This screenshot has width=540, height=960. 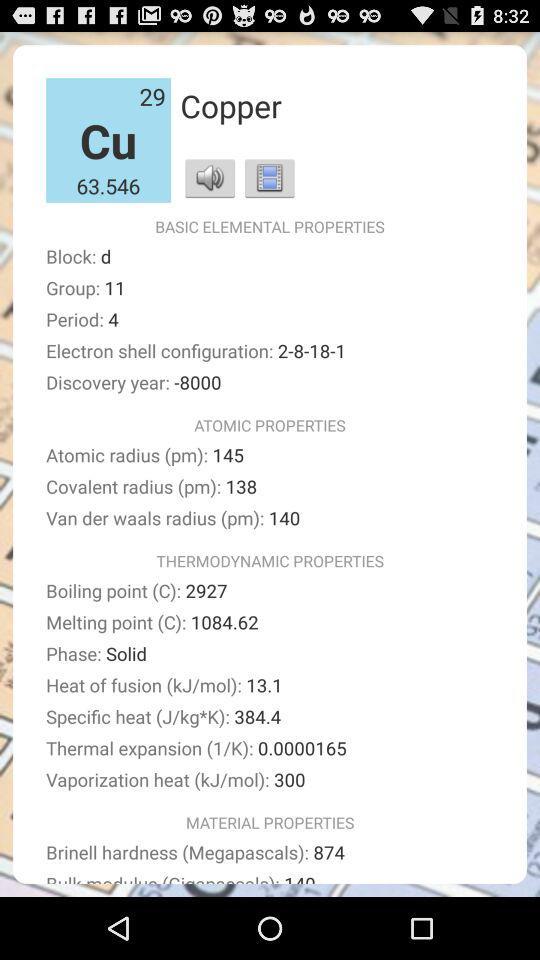 I want to click on sound icon, so click(x=209, y=176).